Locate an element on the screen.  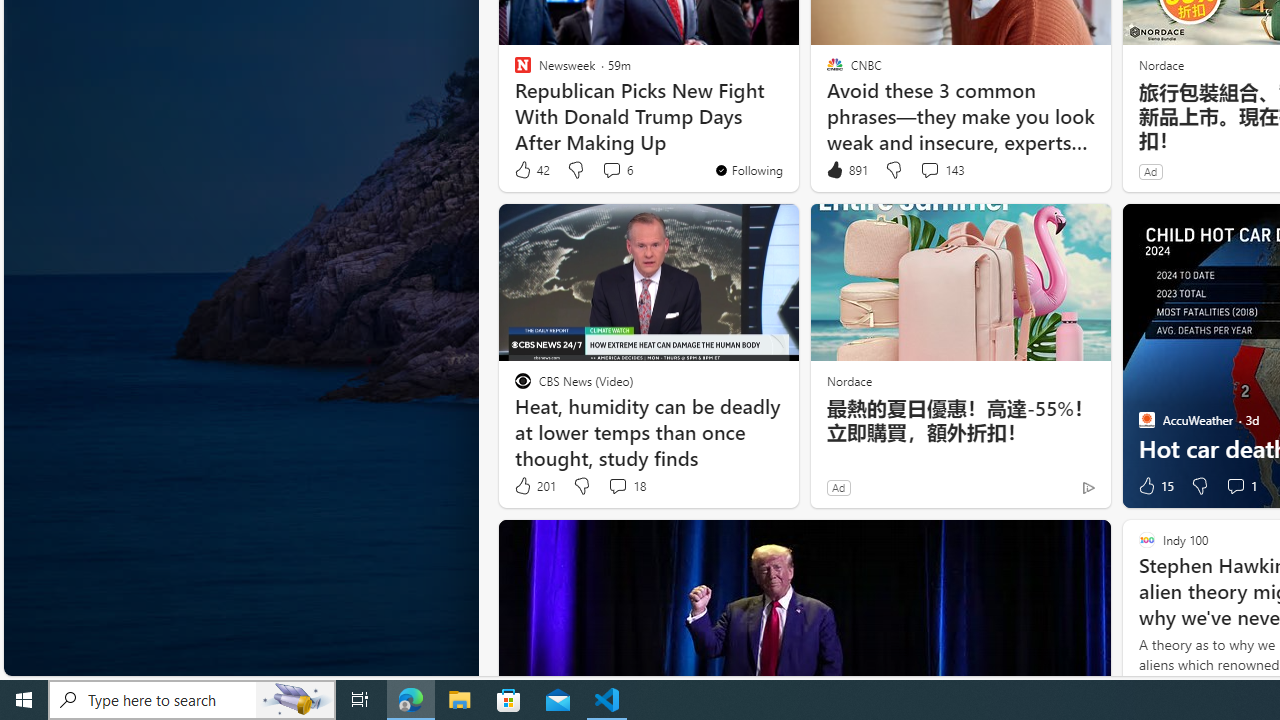
'View comments 143 Comment' is located at coordinates (941, 169).